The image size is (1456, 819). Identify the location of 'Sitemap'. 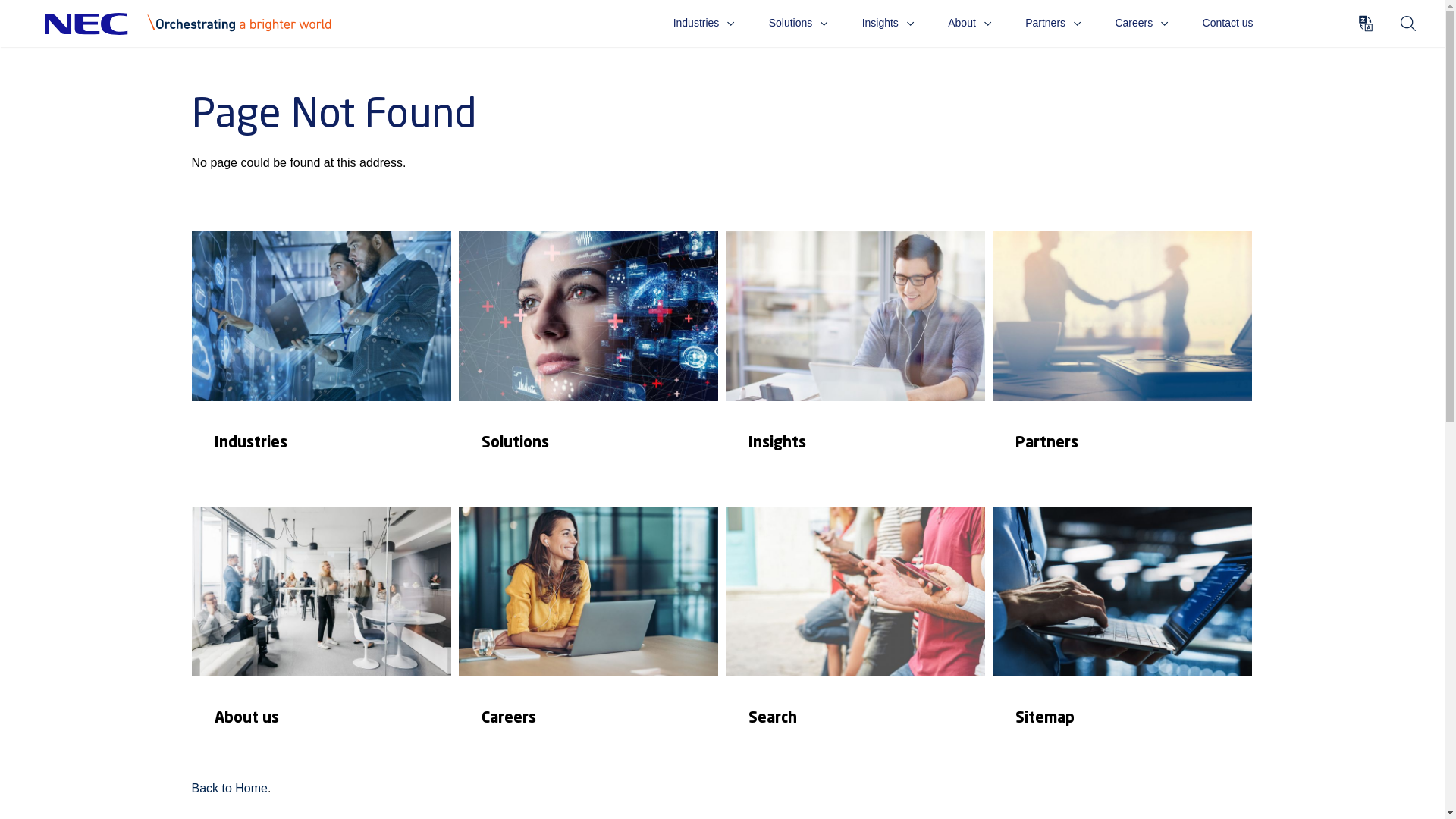
(1121, 640).